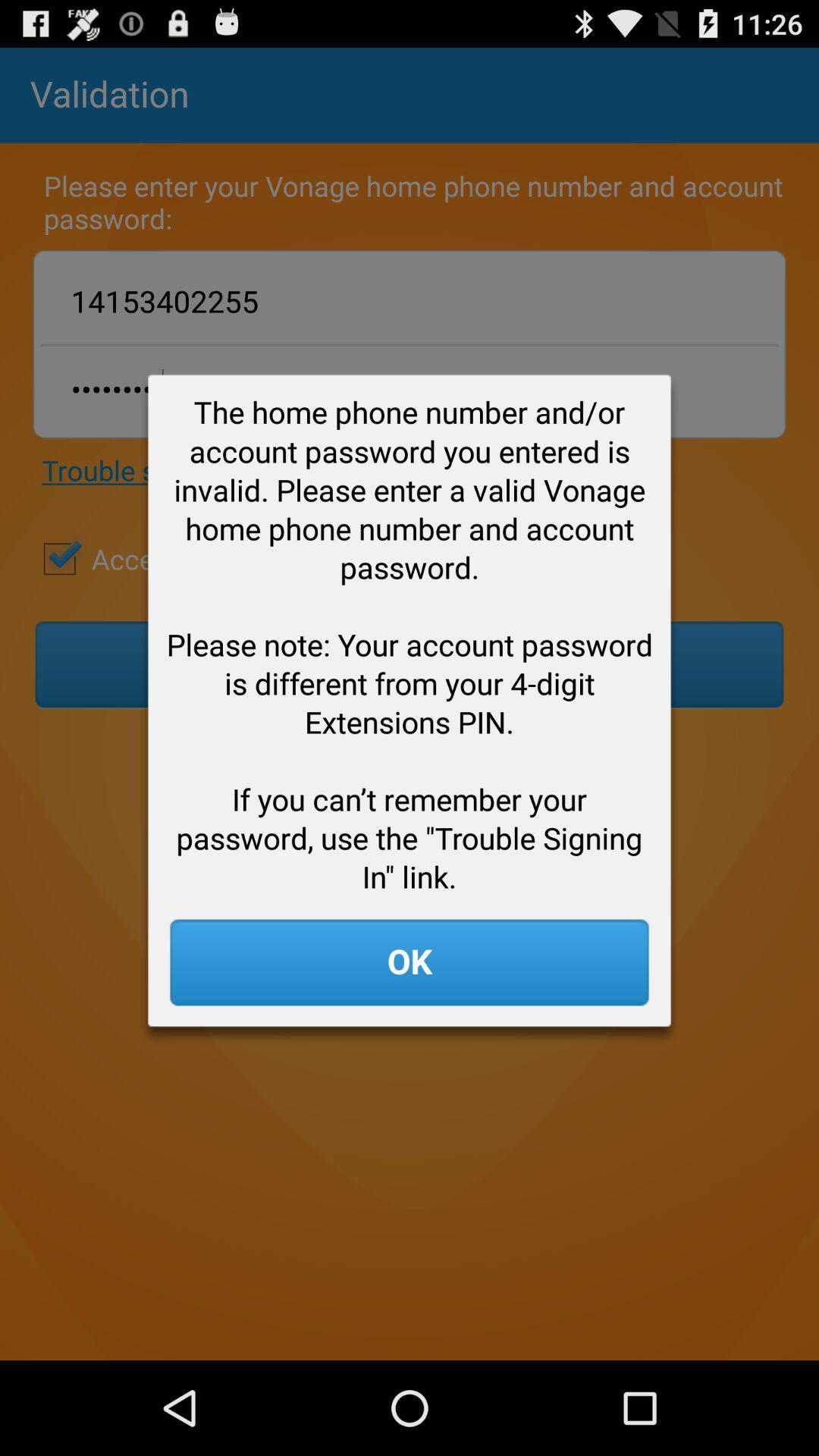  I want to click on the ok, so click(409, 962).